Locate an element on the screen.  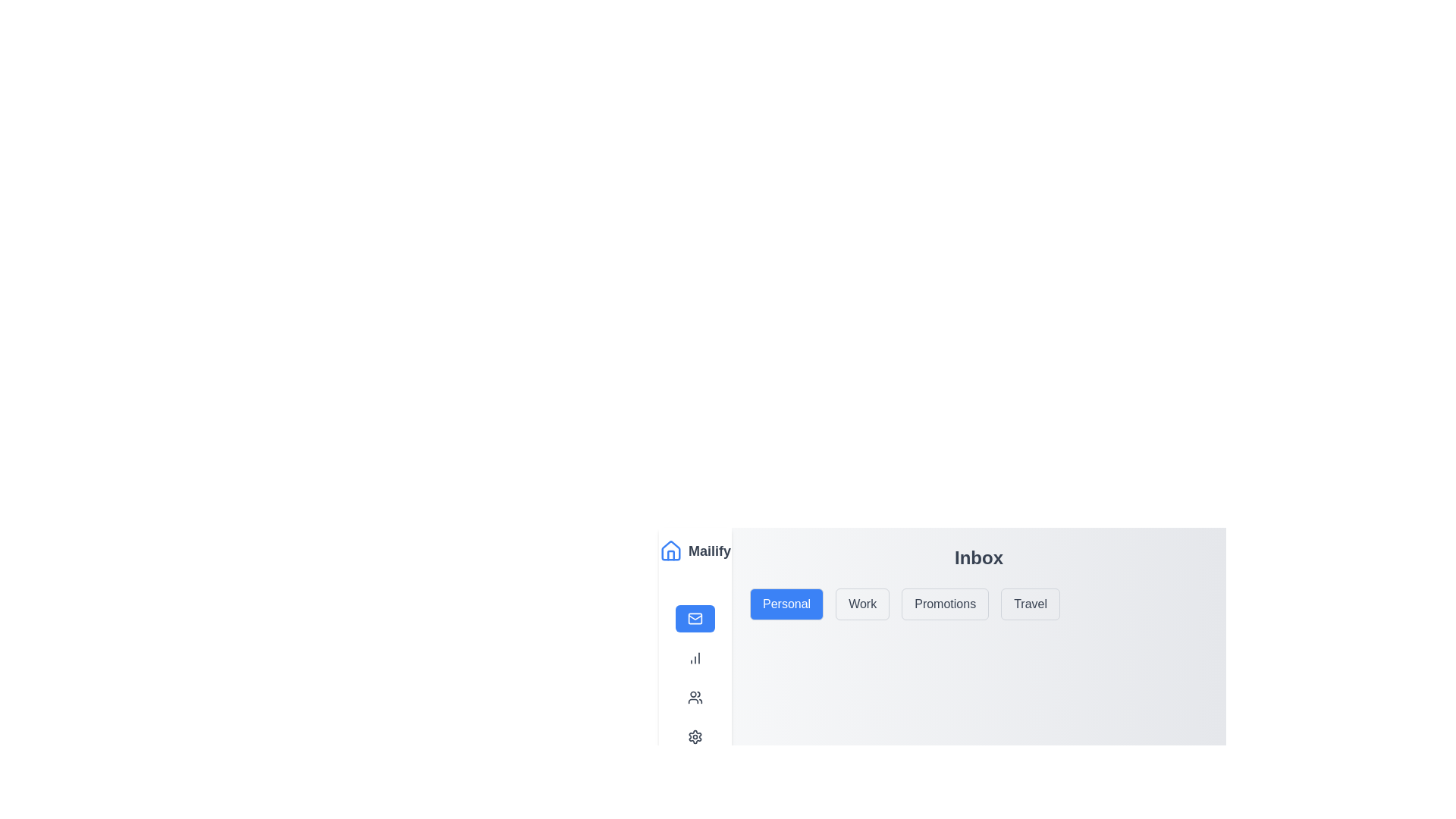
the gear-shaped settings button located at the bottom of the vertical navigation menu is located at coordinates (694, 736).